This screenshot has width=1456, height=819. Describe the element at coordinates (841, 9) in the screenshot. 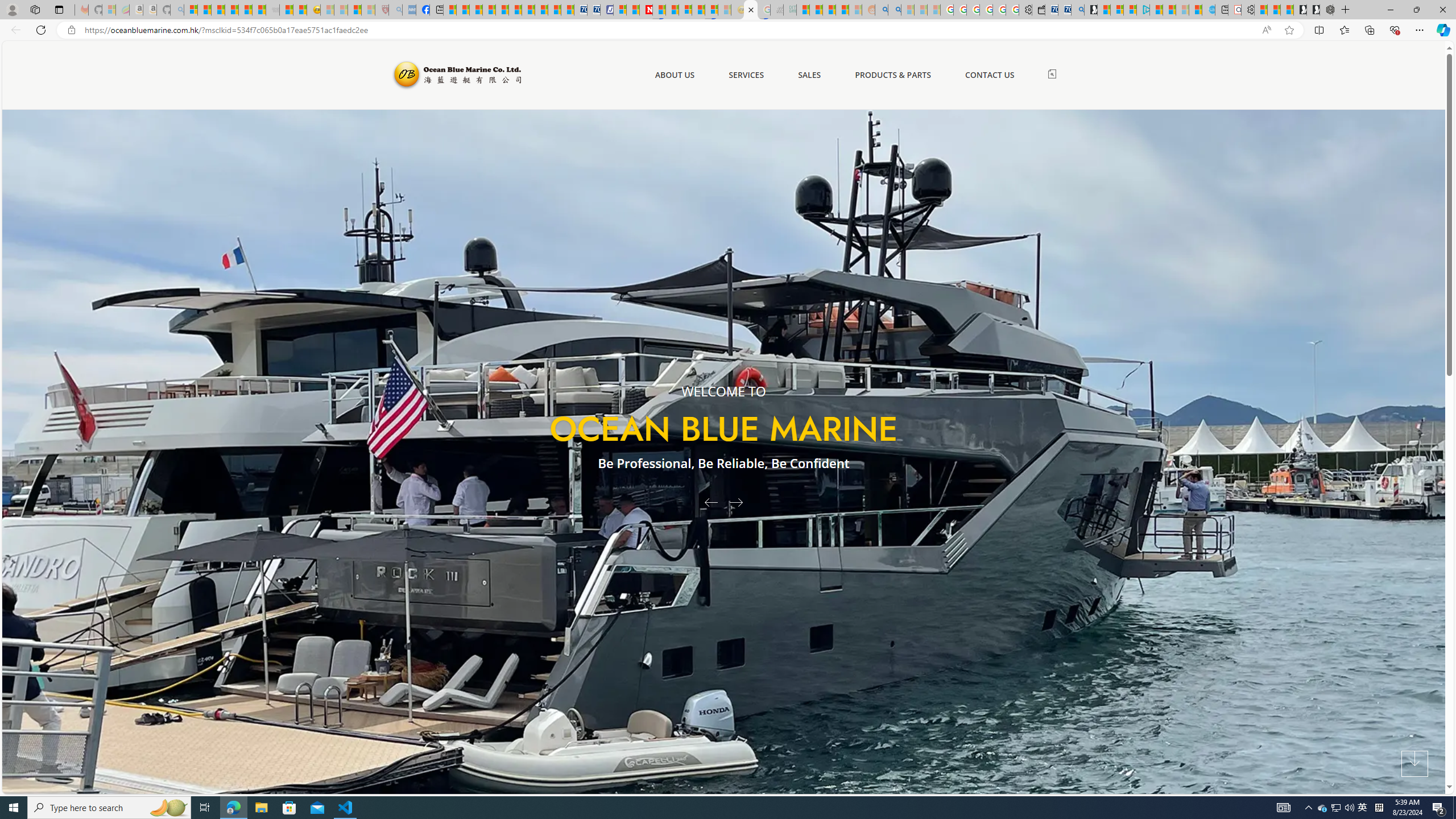

I see `'Student Loan Update: Forgiveness Program Ends This Month'` at that location.